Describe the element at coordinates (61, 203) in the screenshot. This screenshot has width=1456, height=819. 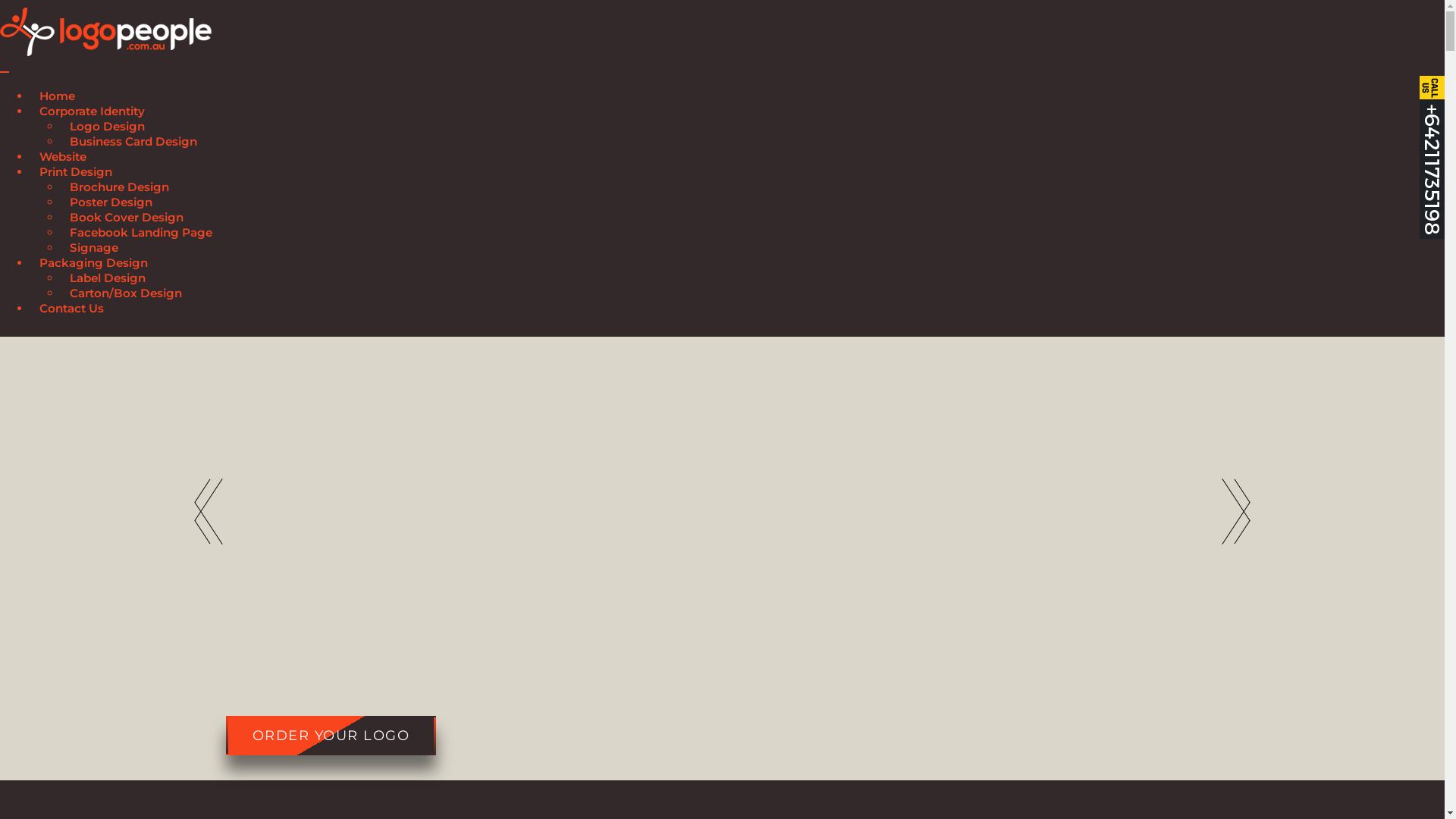
I see `'Poster Design'` at that location.